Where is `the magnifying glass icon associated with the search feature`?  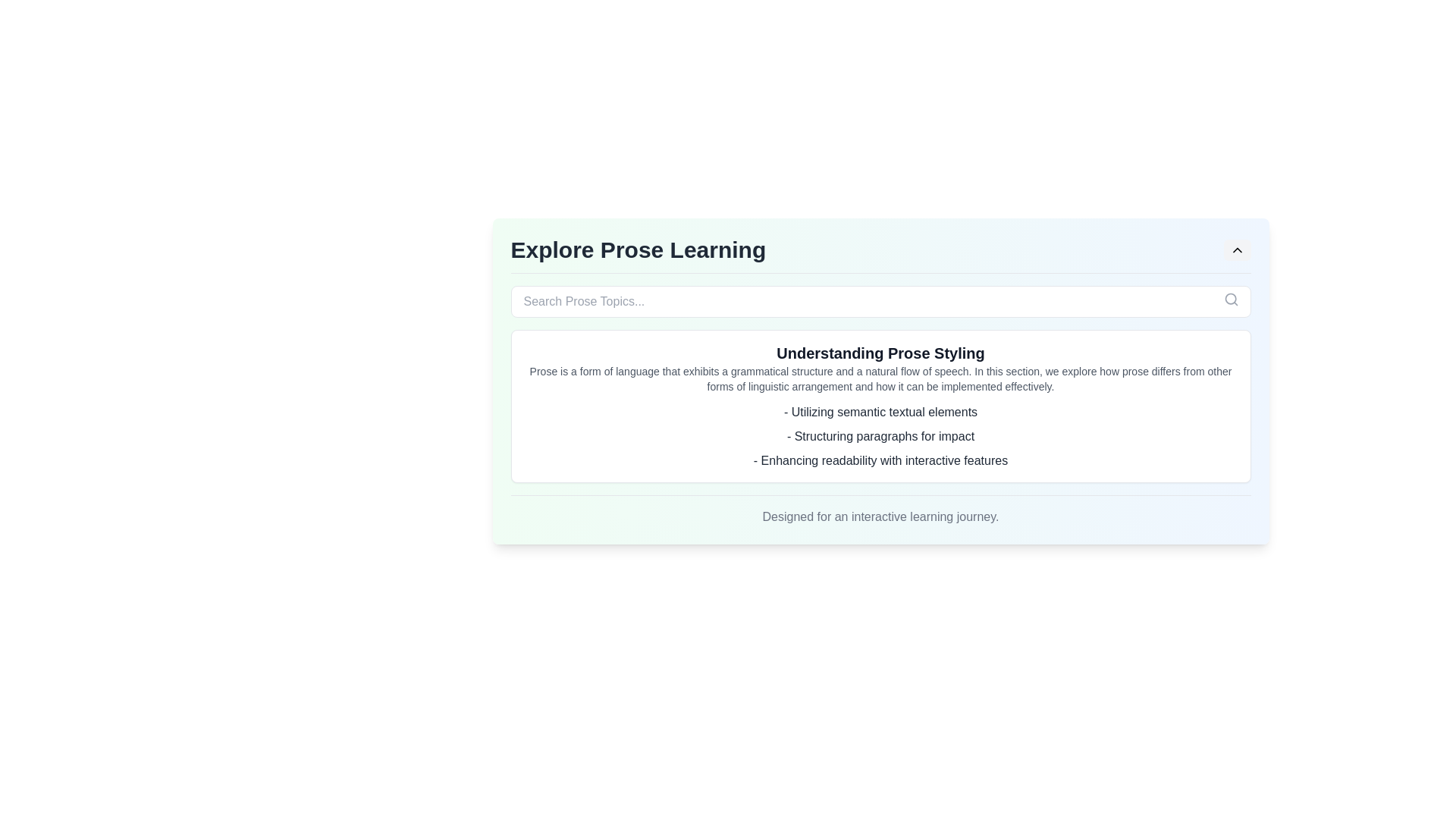 the magnifying glass icon associated with the search feature is located at coordinates (1231, 299).